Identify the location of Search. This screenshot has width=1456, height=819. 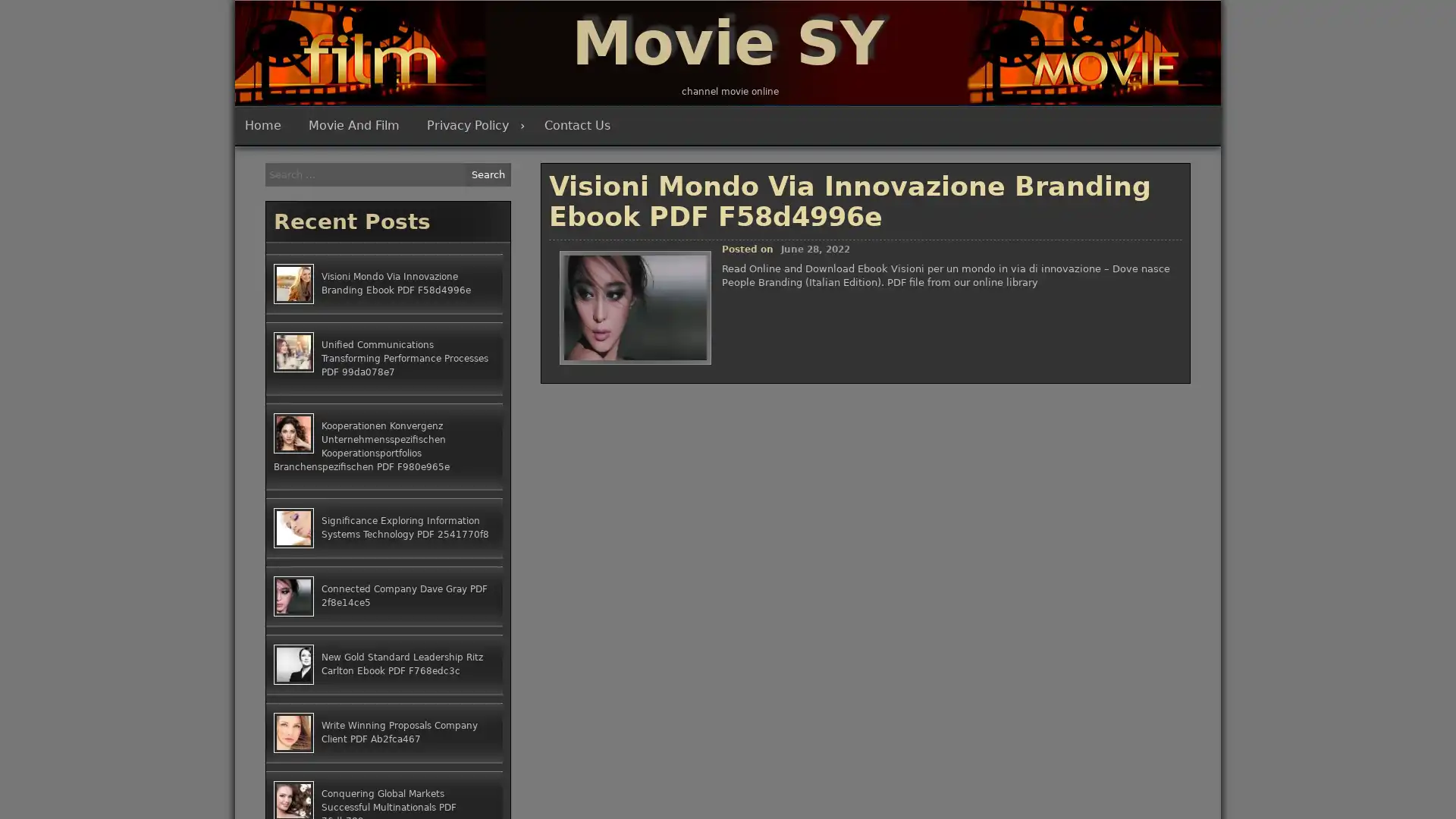
(488, 174).